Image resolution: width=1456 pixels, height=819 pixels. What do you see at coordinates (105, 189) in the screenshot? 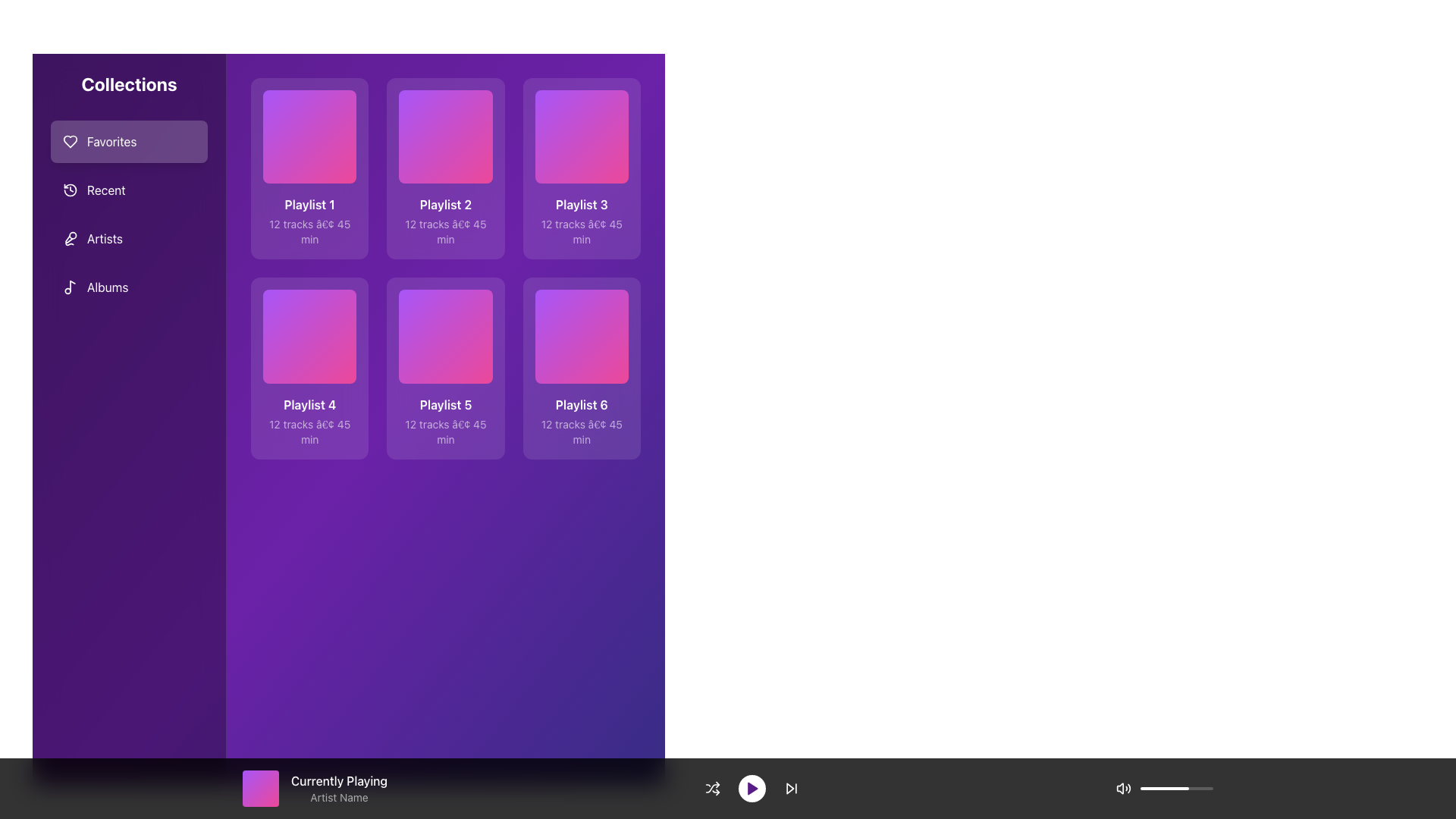
I see `the 'Recent' text label, which is the second item in the vertical list of the sidebar menu` at bounding box center [105, 189].